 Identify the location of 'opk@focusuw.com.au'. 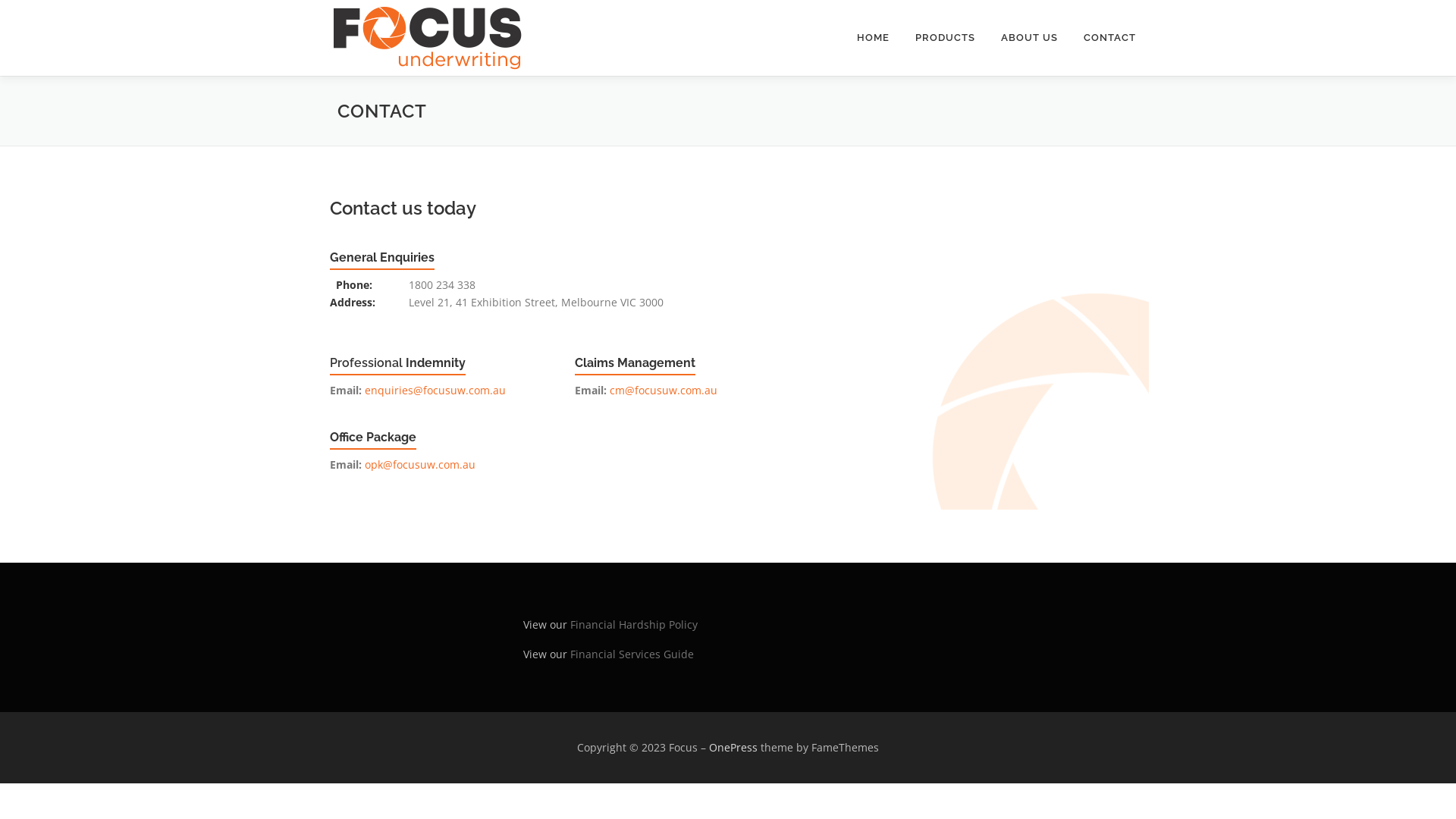
(419, 463).